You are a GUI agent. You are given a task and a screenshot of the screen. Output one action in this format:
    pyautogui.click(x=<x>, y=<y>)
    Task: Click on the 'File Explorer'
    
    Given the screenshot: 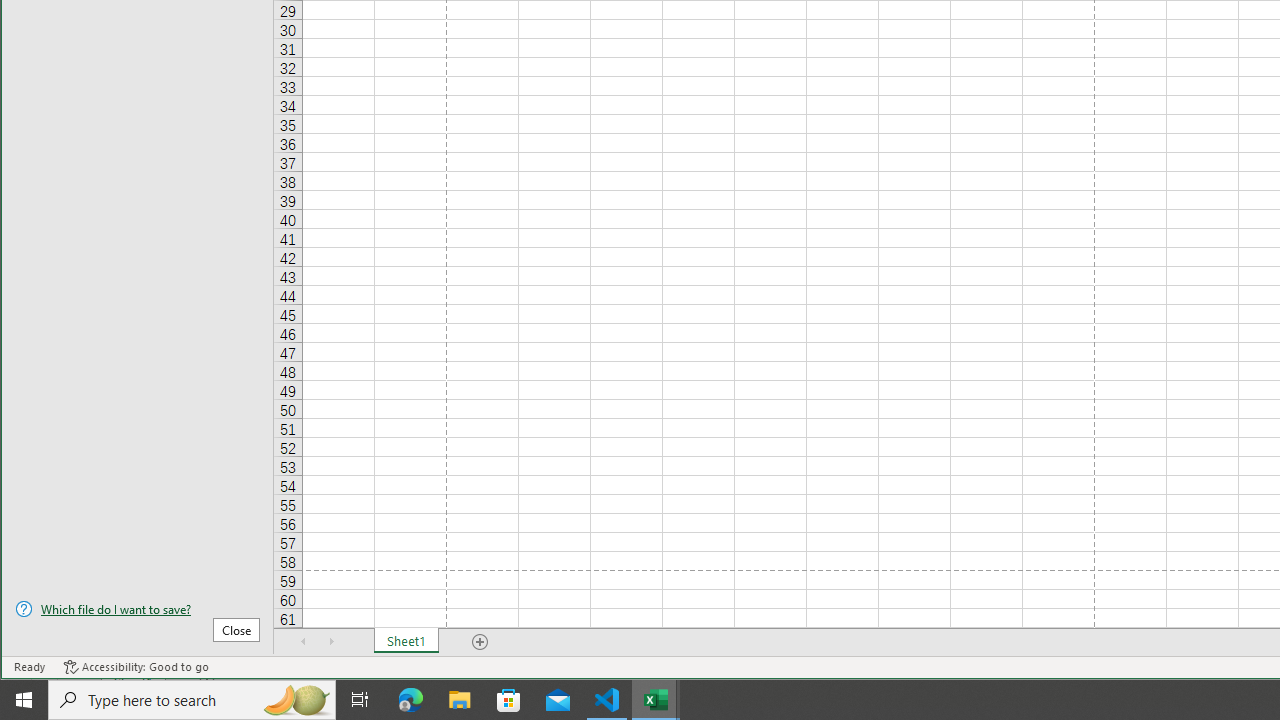 What is the action you would take?
    pyautogui.click(x=459, y=698)
    